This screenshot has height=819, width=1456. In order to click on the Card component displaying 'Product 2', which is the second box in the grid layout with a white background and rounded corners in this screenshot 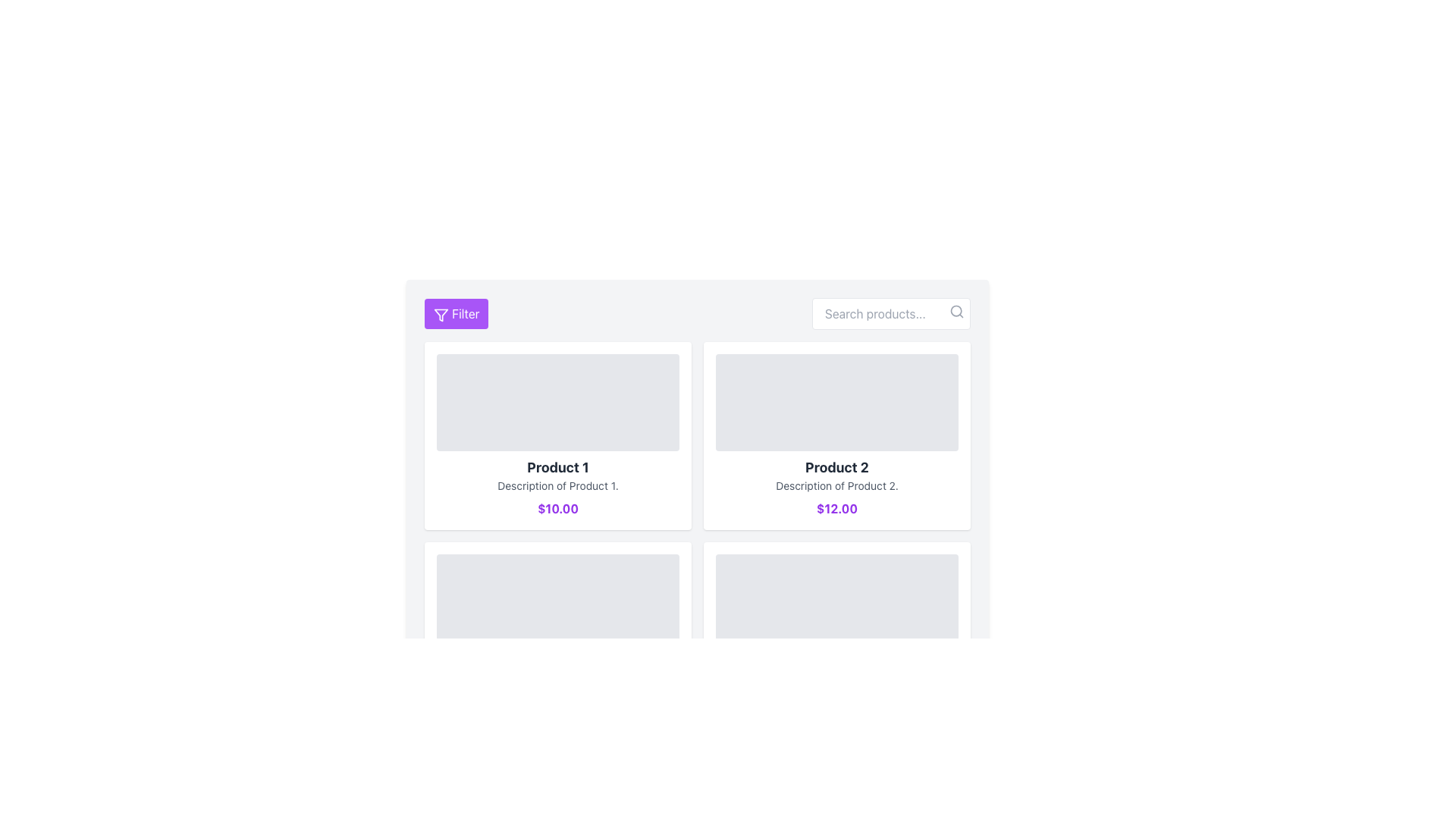, I will do `click(836, 435)`.